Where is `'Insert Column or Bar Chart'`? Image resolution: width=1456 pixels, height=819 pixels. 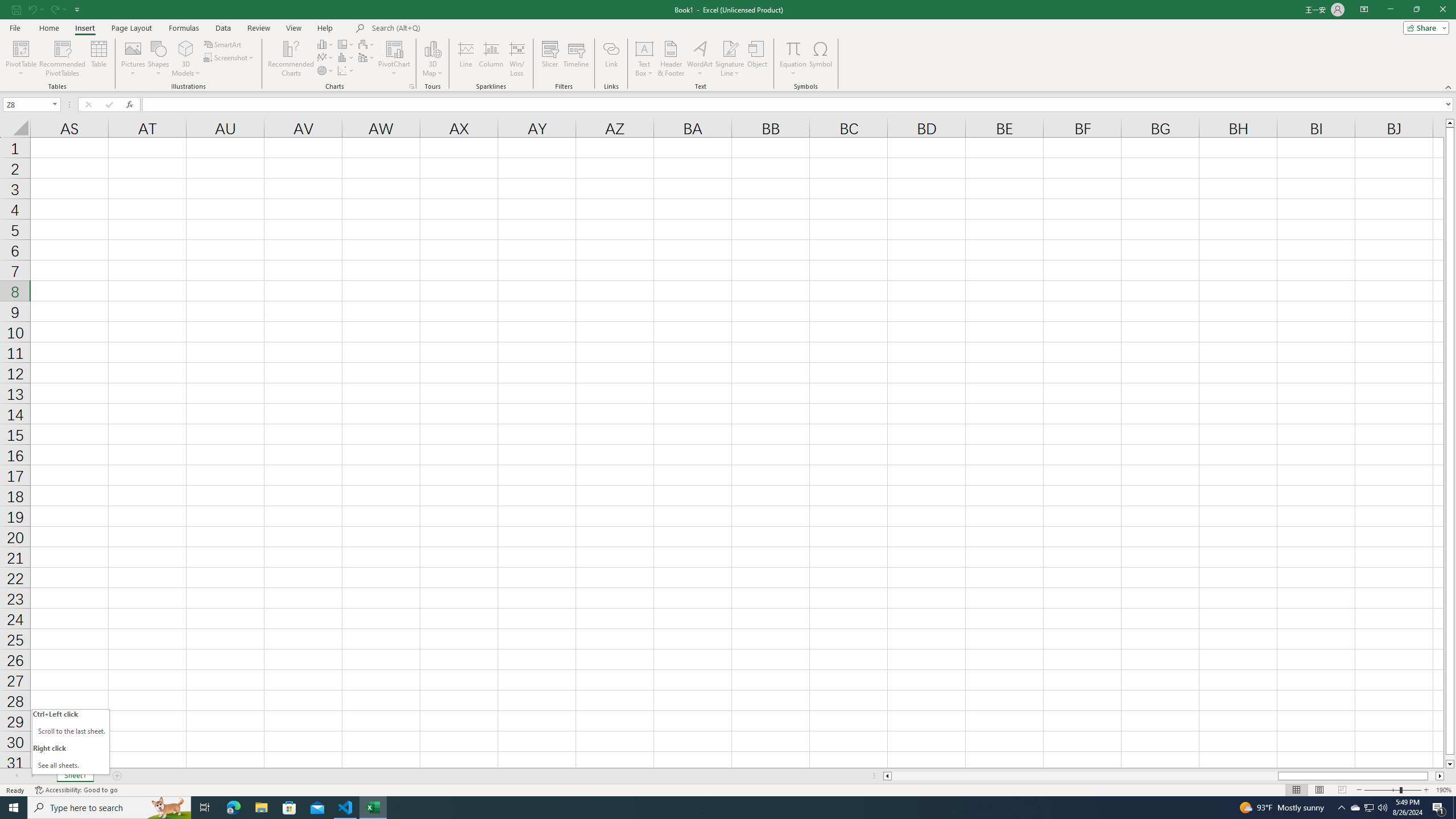
'Insert Column or Bar Chart' is located at coordinates (325, 44).